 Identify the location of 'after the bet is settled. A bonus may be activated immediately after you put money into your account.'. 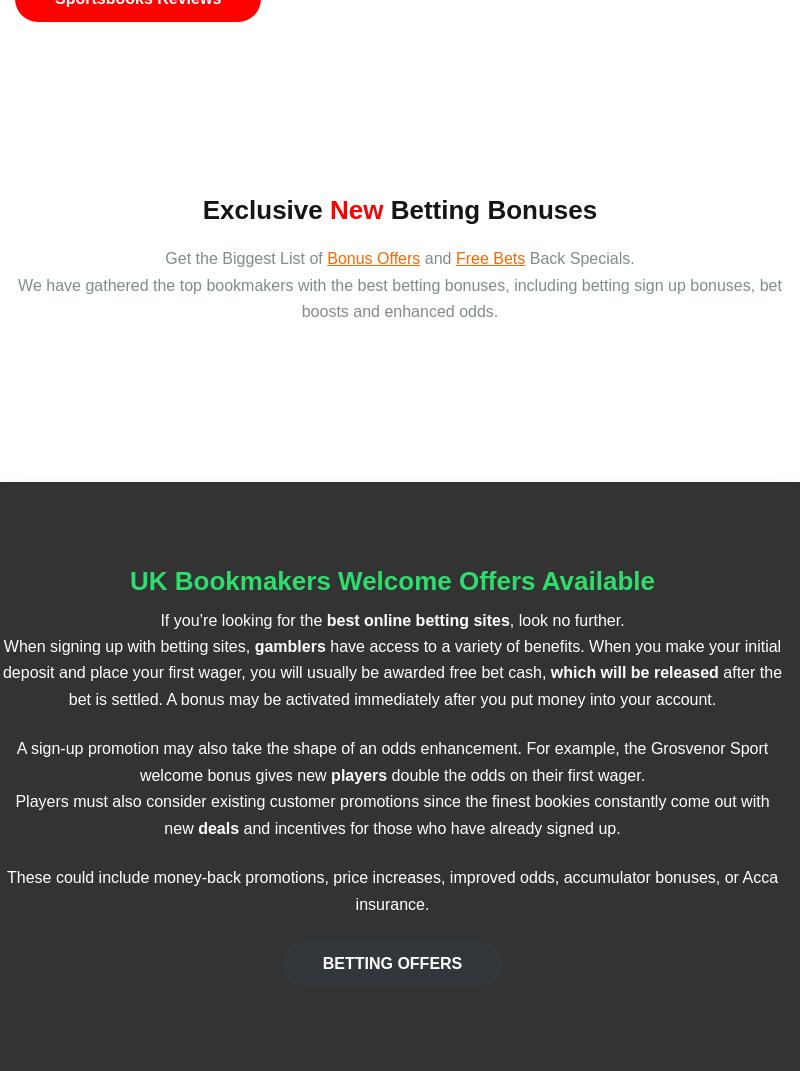
(424, 684).